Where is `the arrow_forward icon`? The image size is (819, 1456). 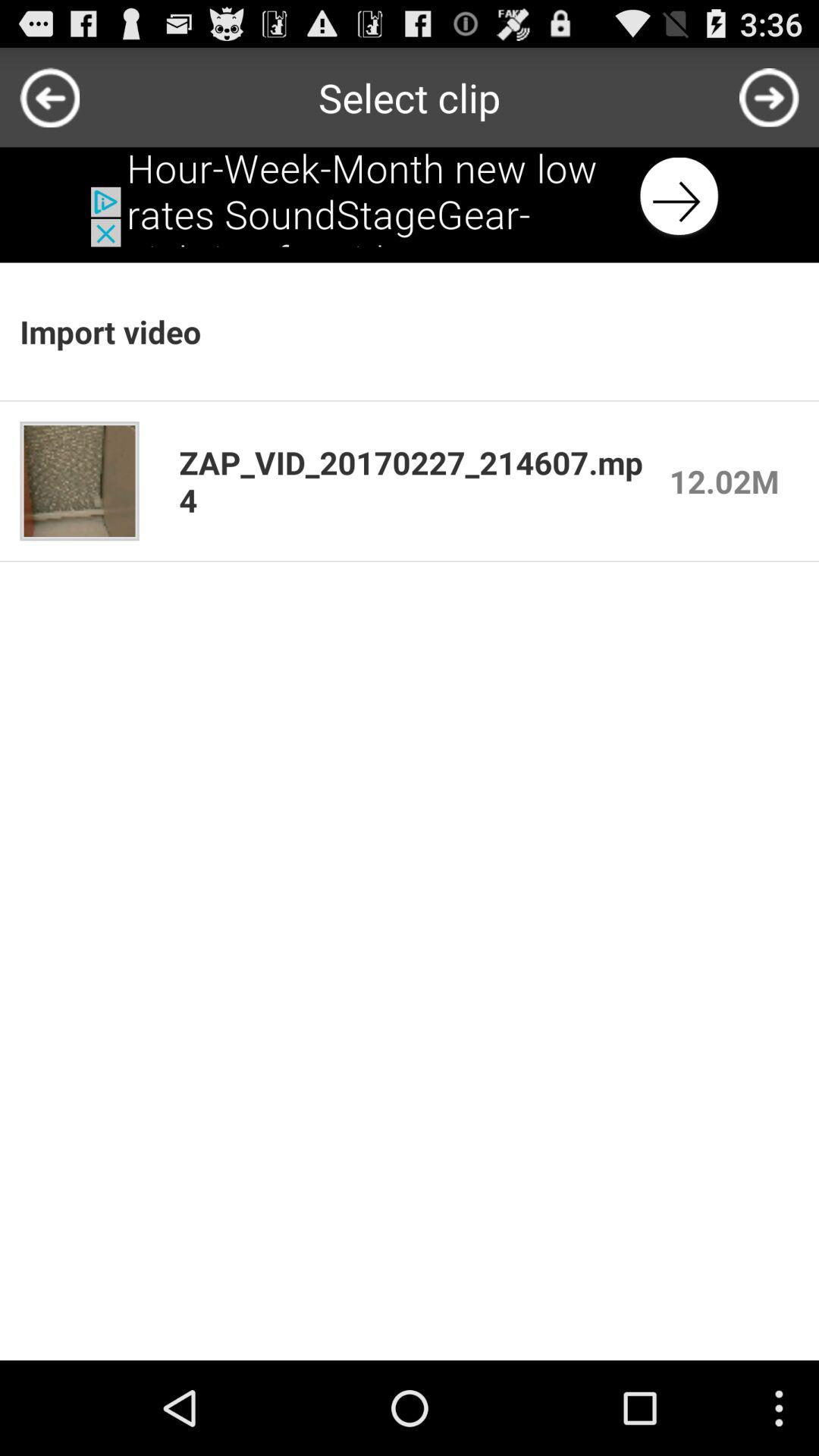
the arrow_forward icon is located at coordinates (769, 103).